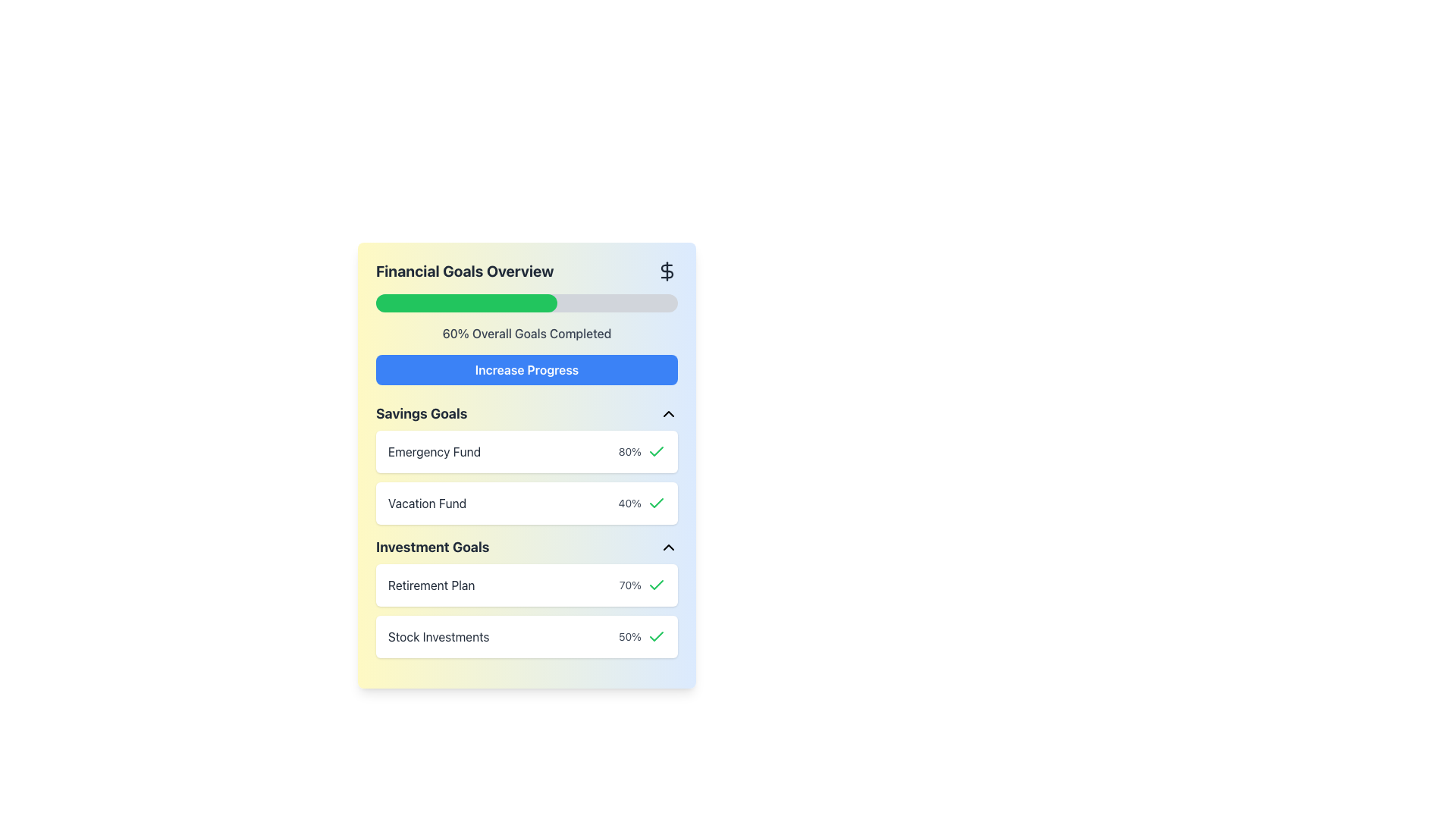 This screenshot has width=1456, height=819. I want to click on the approval icon indicating the completion of the 'Vacation Fund' goal, so click(656, 503).